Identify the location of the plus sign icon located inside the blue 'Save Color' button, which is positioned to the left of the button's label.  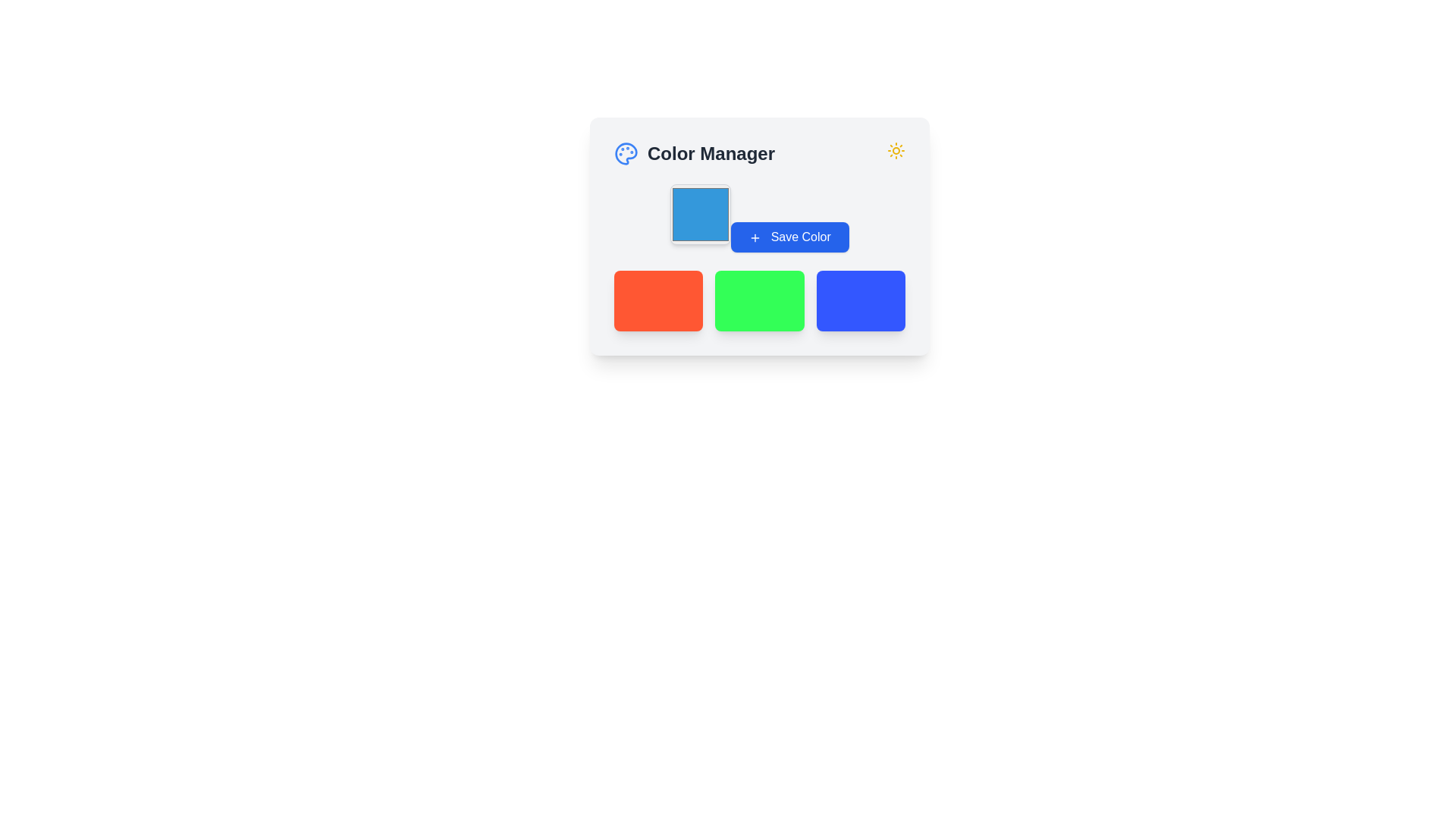
(755, 237).